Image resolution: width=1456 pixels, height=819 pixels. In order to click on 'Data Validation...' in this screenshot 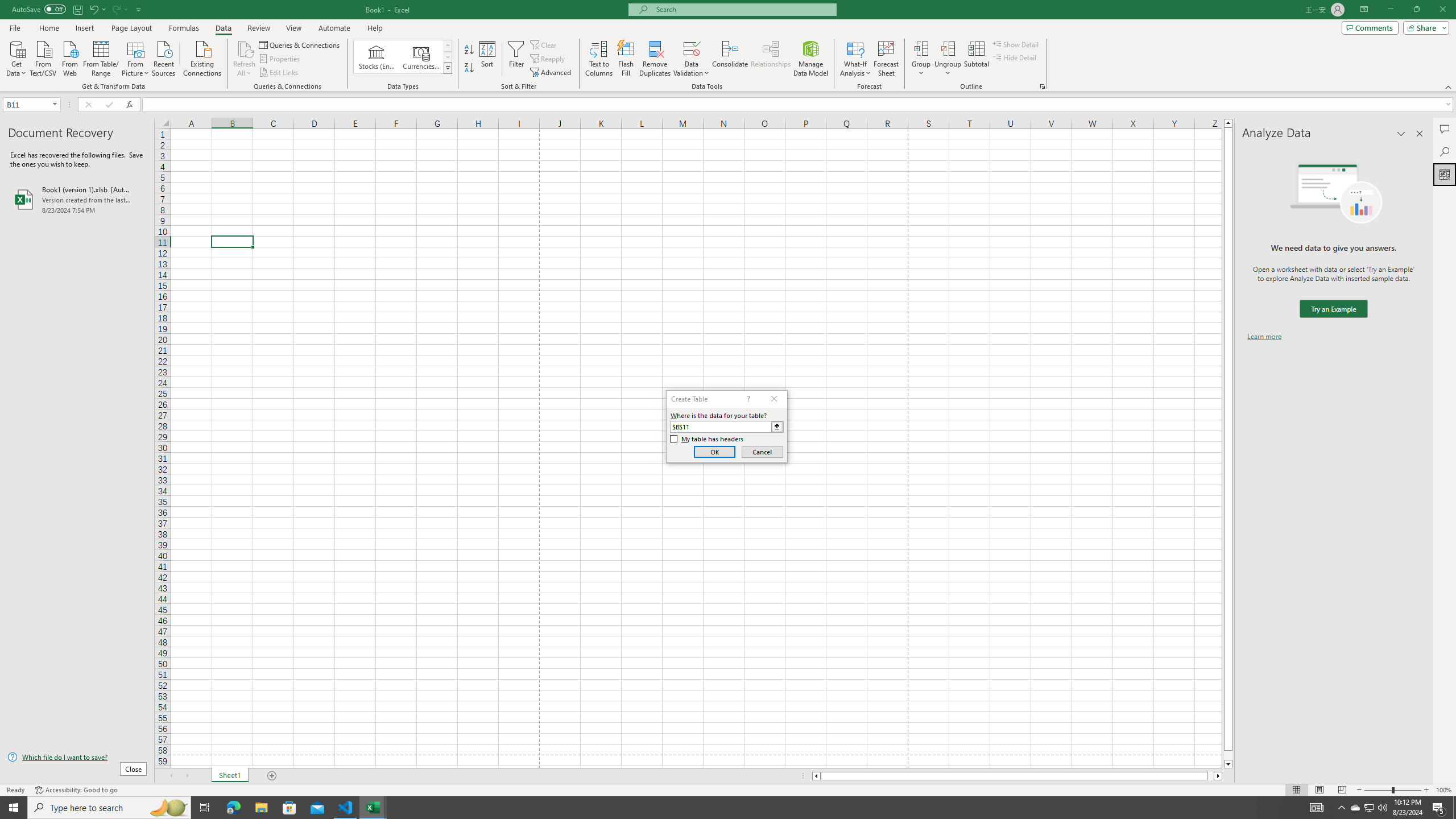, I will do `click(691, 59)`.